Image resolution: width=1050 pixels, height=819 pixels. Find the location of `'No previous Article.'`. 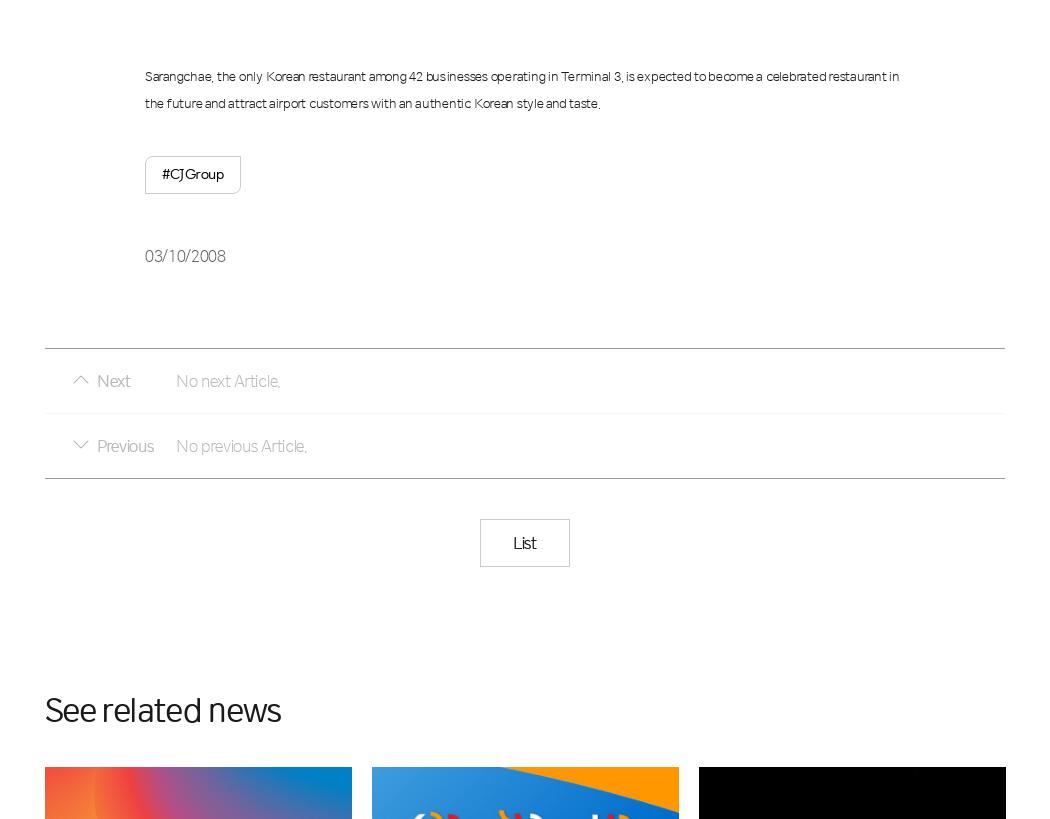

'No previous Article.' is located at coordinates (241, 444).